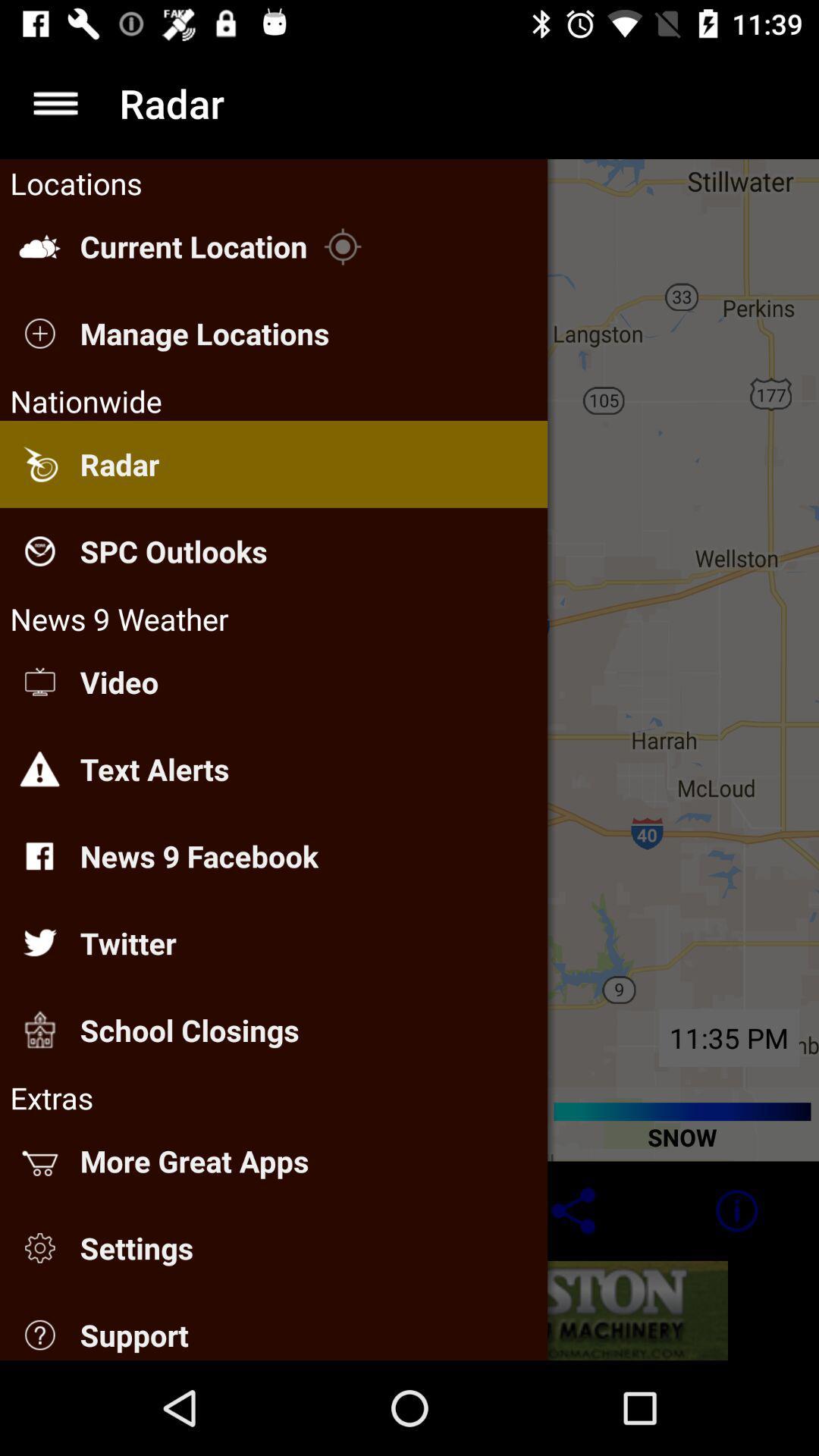 This screenshot has height=1456, width=819. What do you see at coordinates (55, 102) in the screenshot?
I see `the menu icon` at bounding box center [55, 102].